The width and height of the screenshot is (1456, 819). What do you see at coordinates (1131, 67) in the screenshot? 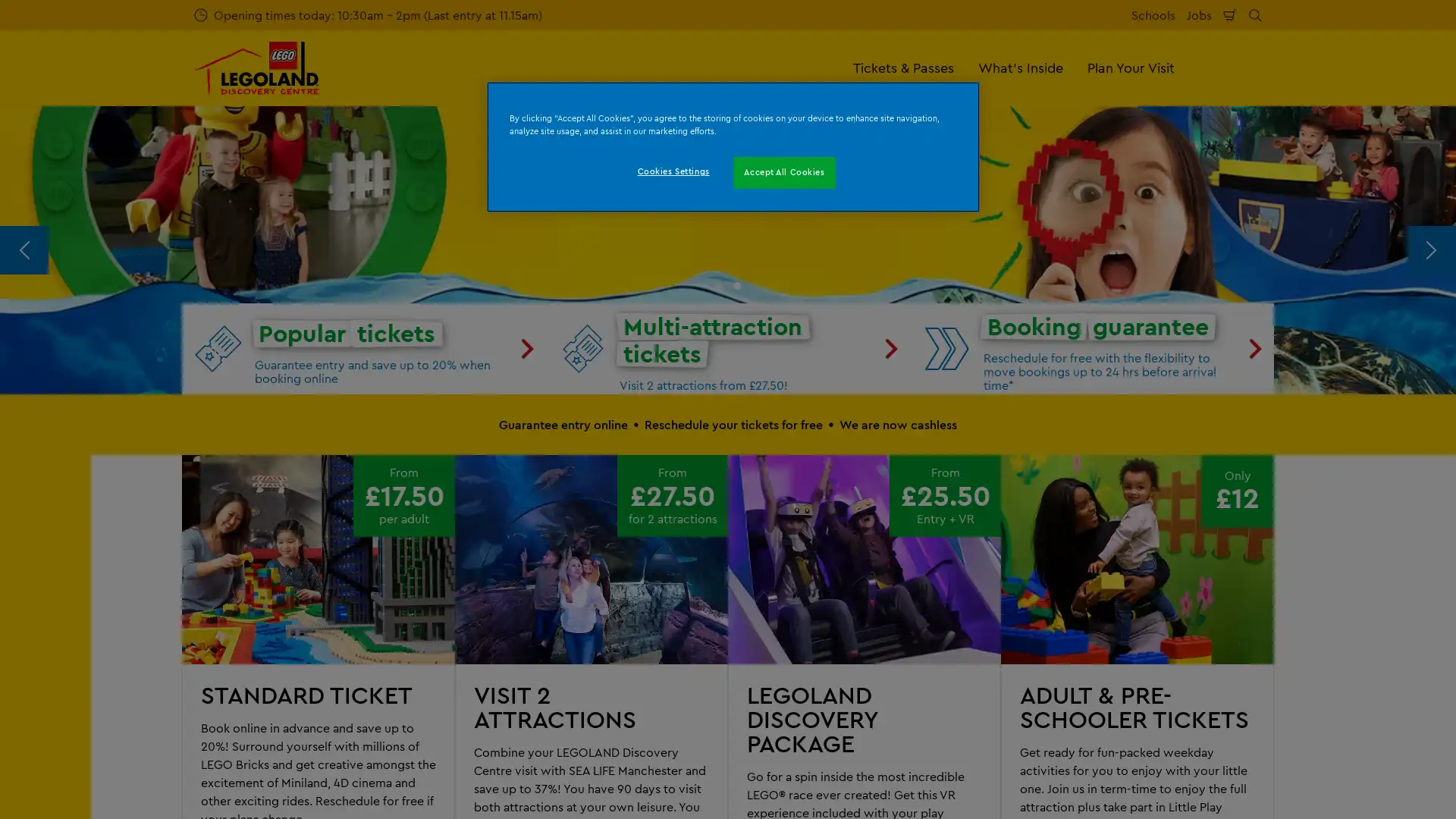
I see `Plan Your Visit` at bounding box center [1131, 67].